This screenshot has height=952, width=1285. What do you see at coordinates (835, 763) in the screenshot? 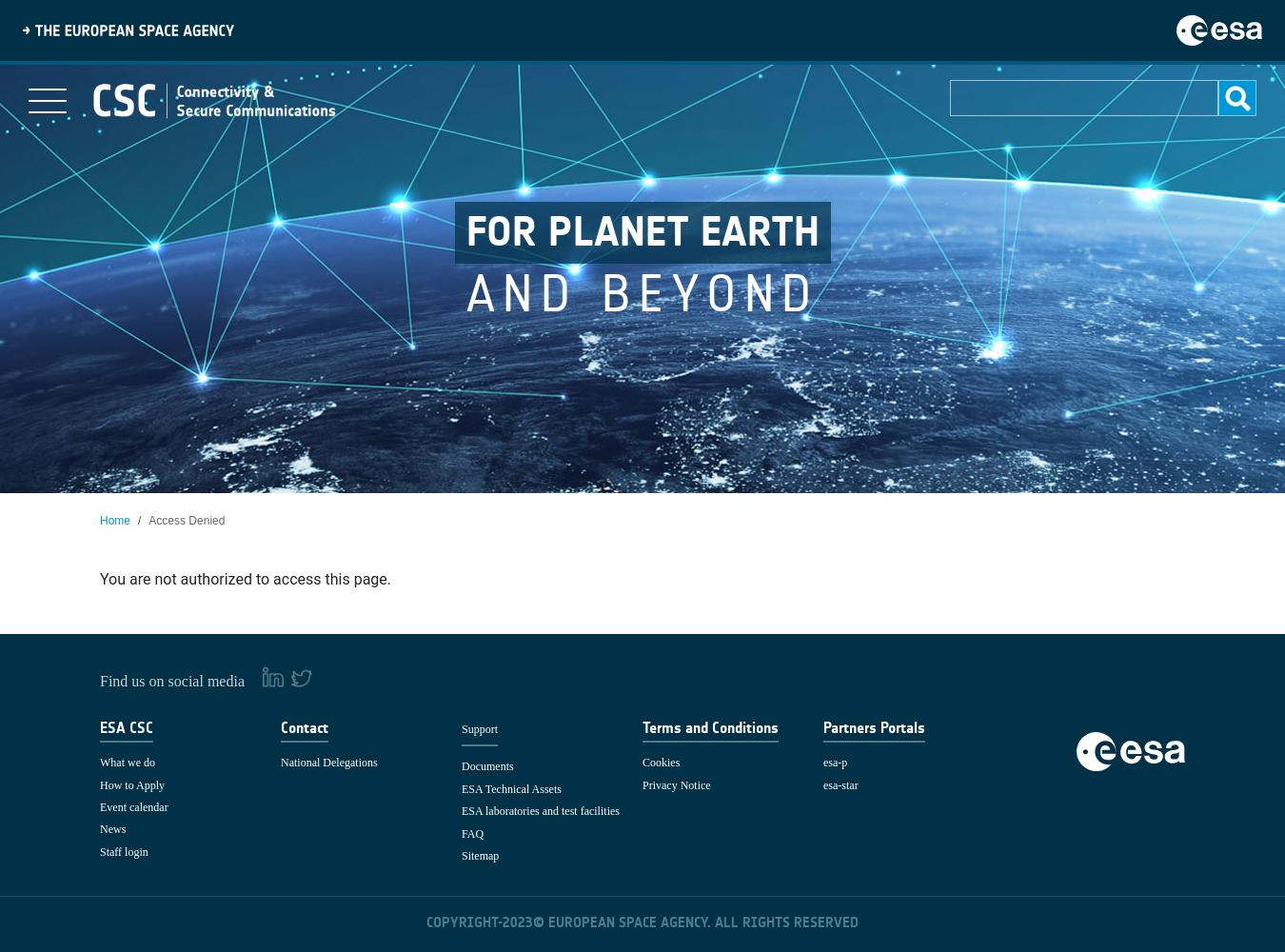
I see `'esa-p'` at bounding box center [835, 763].